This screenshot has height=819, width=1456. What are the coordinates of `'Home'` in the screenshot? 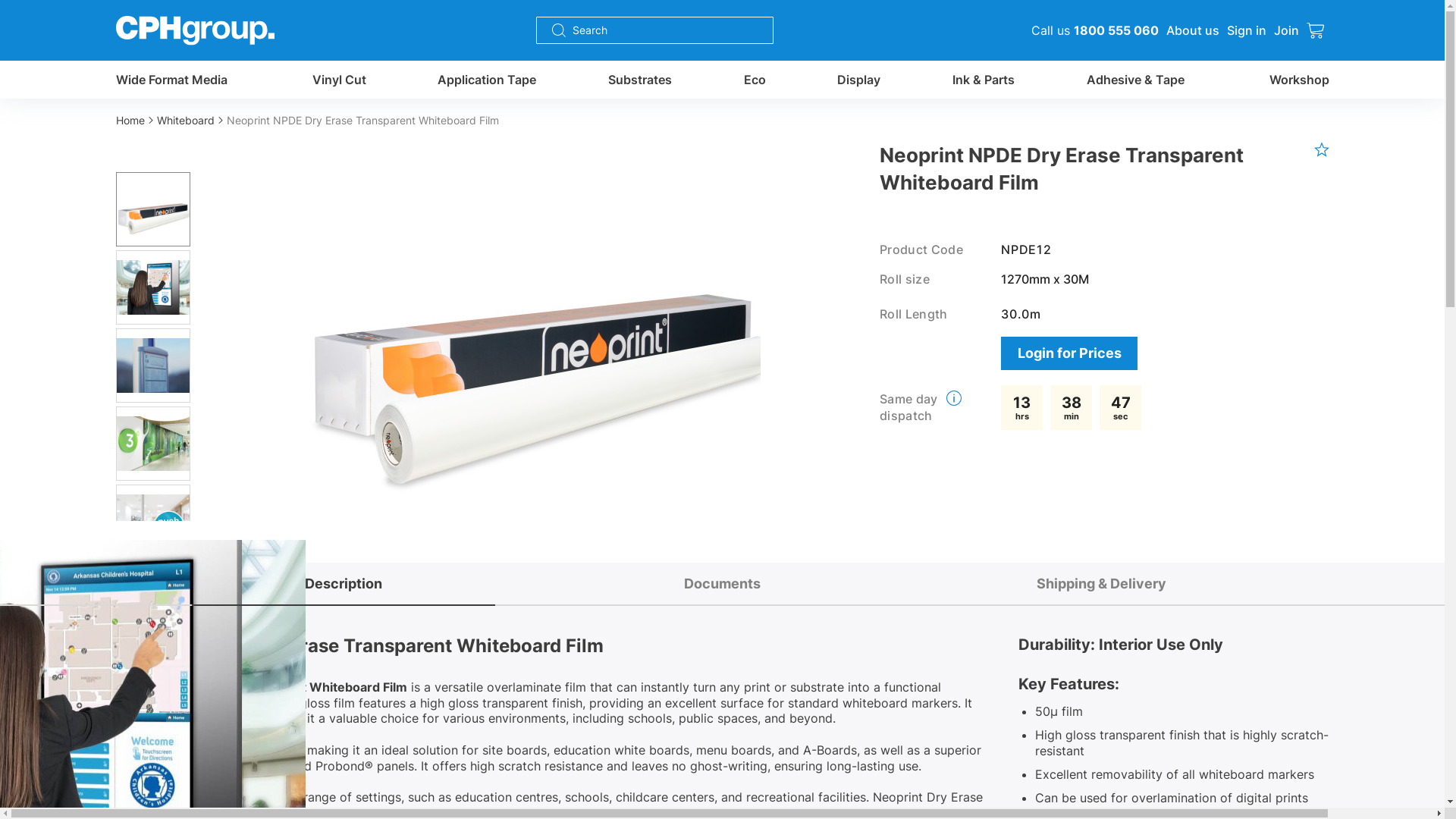 It's located at (135, 119).